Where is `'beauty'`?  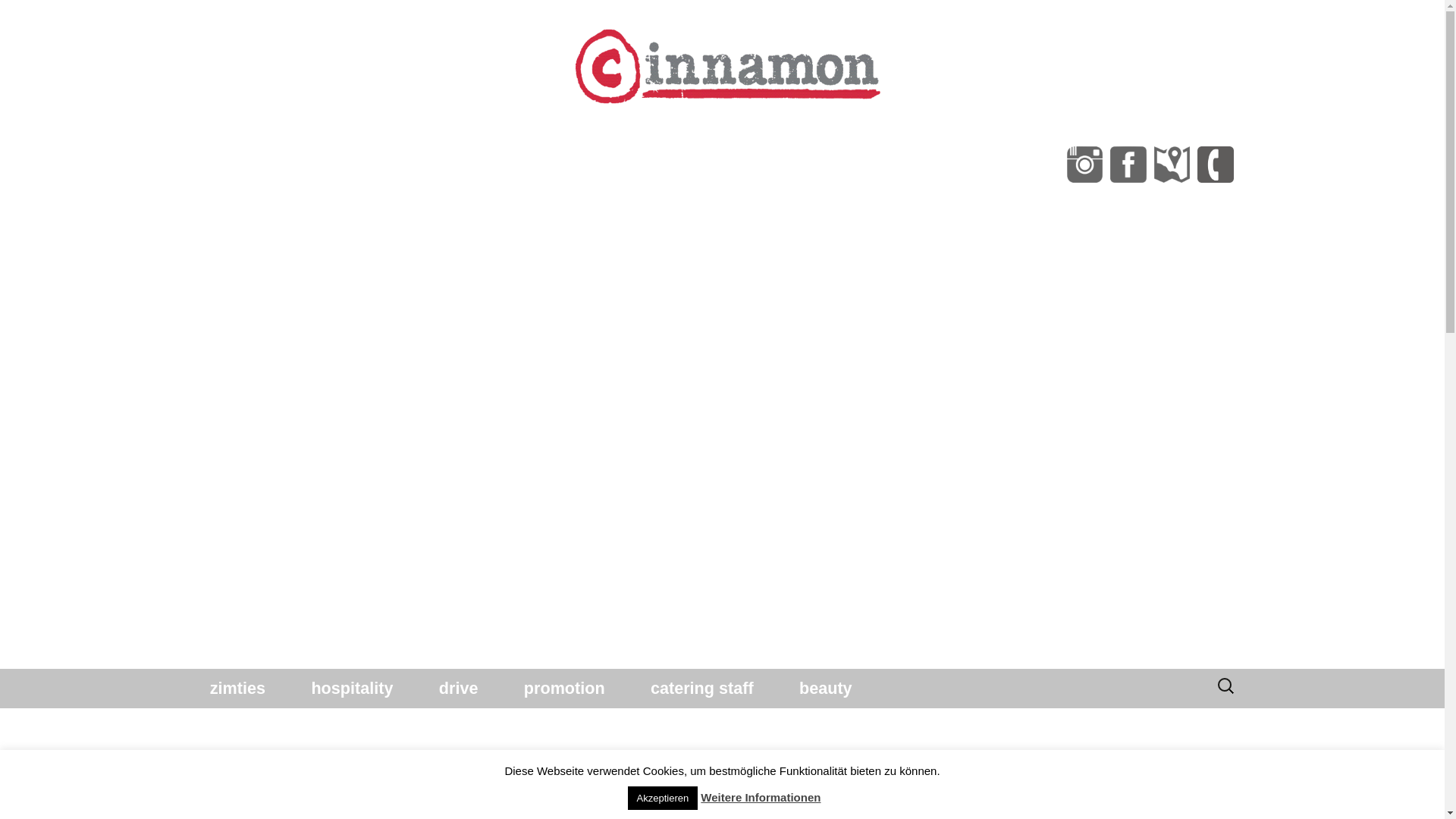
'beauty' is located at coordinates (779, 688).